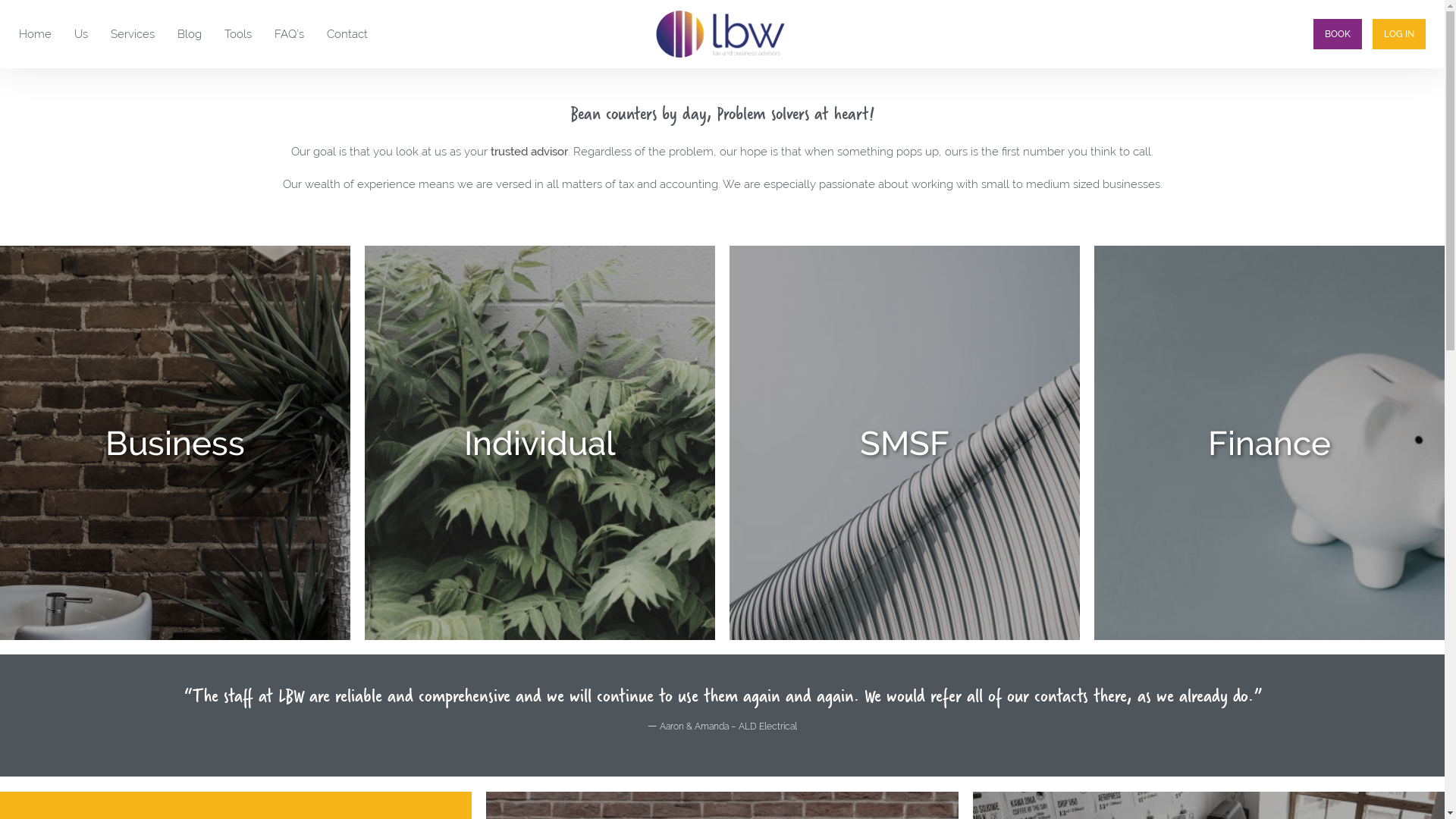  What do you see at coordinates (35, 34) in the screenshot?
I see `'Home'` at bounding box center [35, 34].